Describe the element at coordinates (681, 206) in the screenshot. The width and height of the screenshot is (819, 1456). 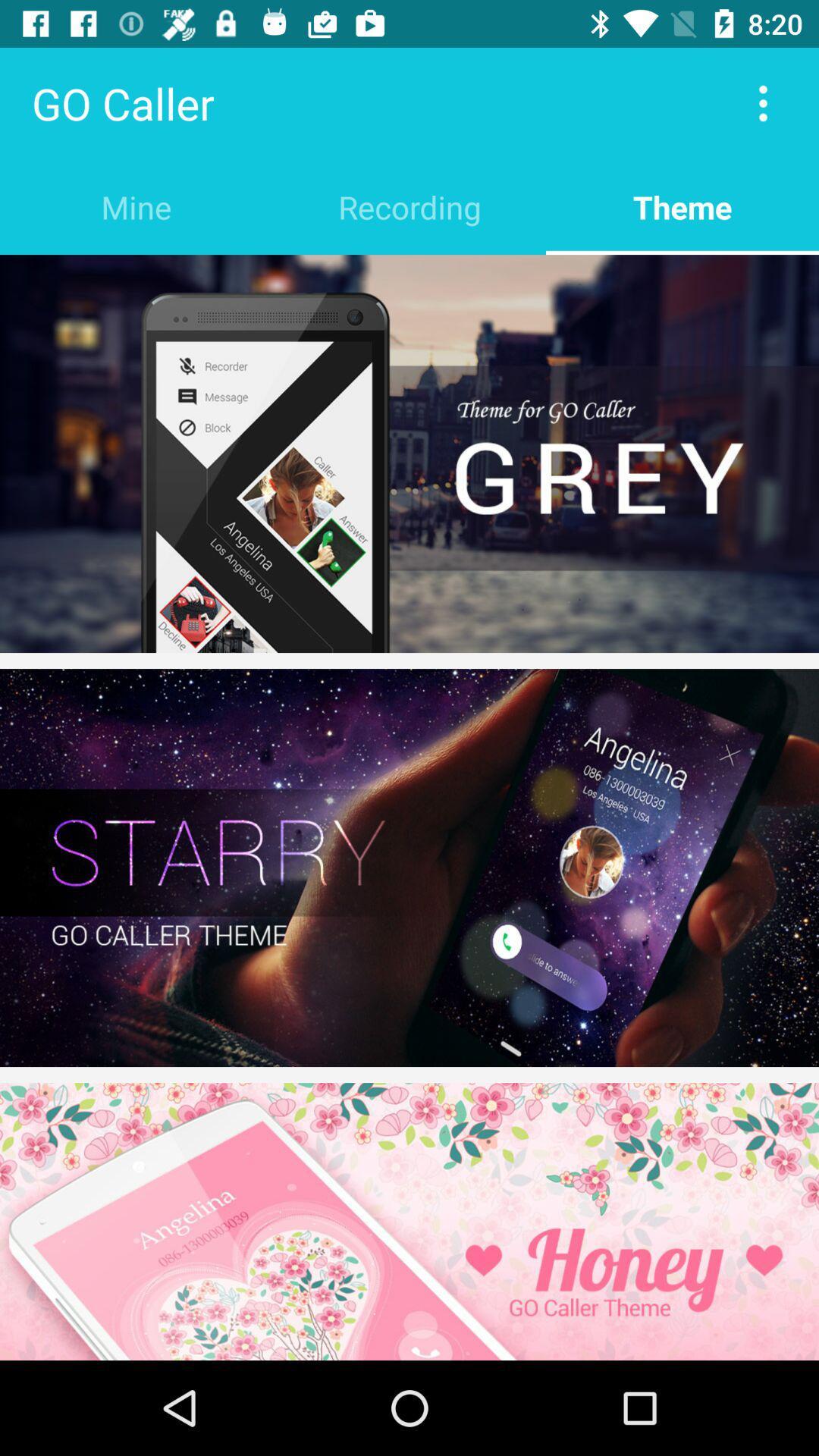
I see `the theme` at that location.